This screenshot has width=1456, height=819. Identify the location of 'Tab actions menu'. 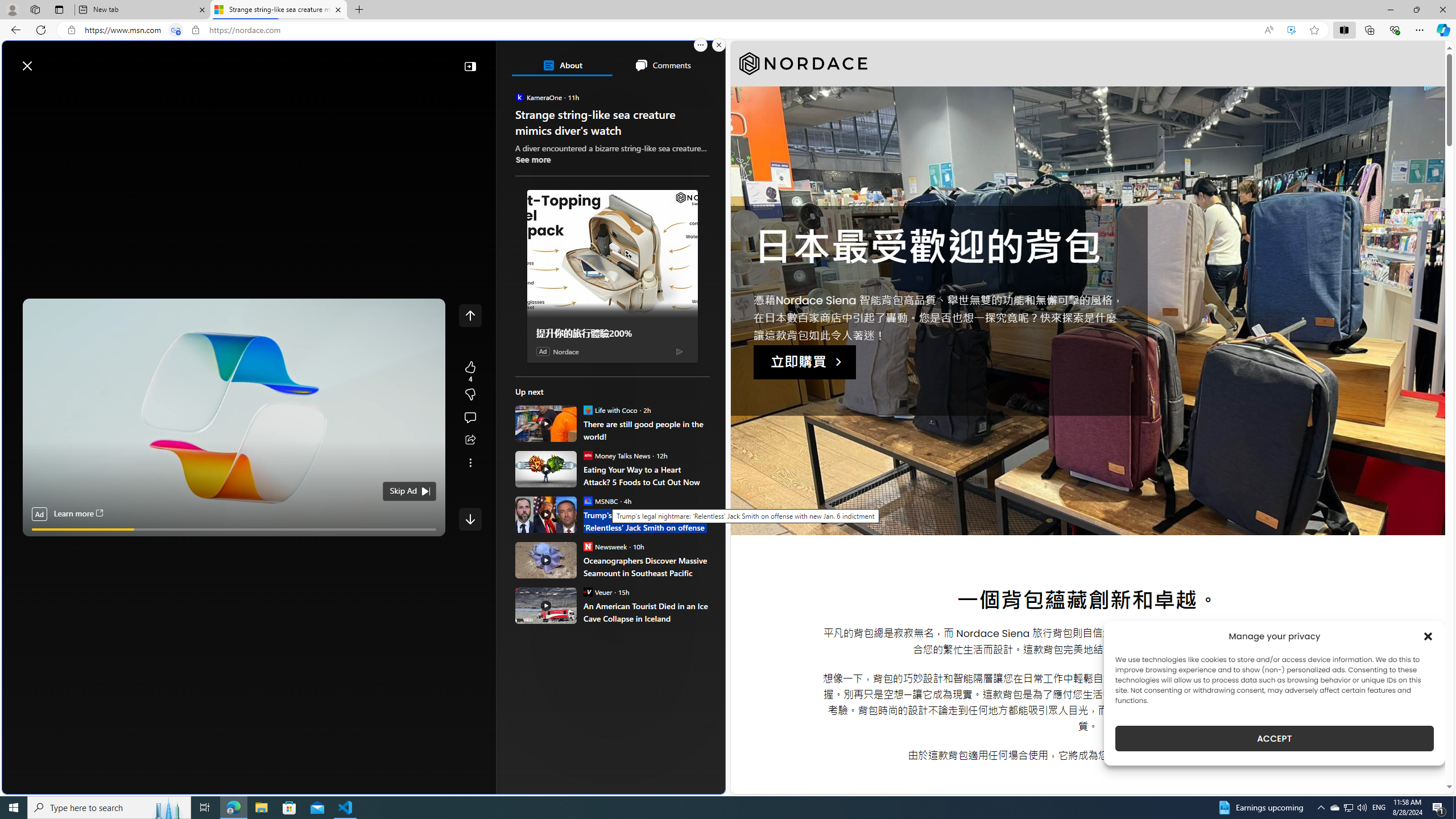
(58, 9).